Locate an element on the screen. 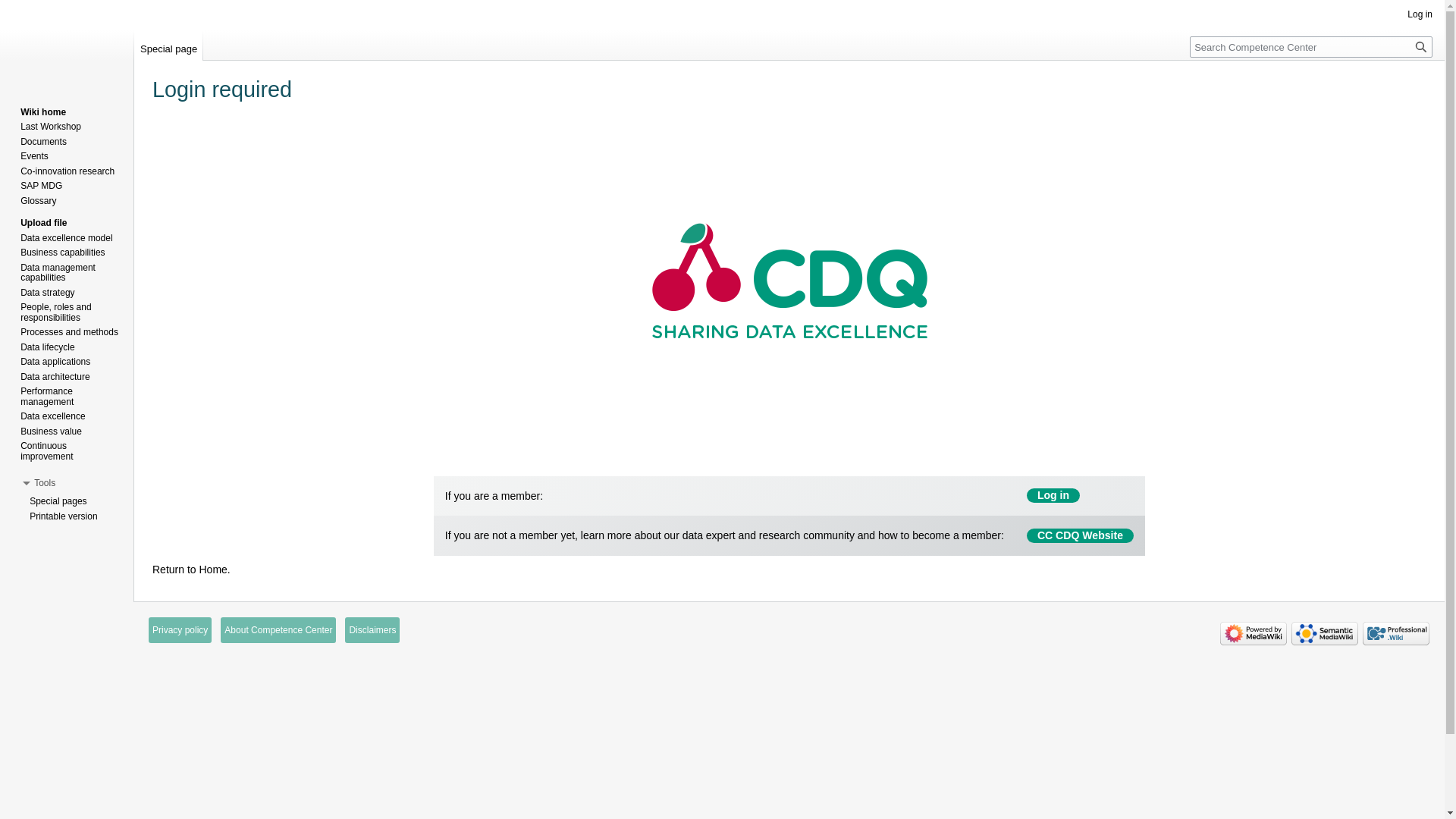  'Search the pages for this text' is located at coordinates (1420, 45).